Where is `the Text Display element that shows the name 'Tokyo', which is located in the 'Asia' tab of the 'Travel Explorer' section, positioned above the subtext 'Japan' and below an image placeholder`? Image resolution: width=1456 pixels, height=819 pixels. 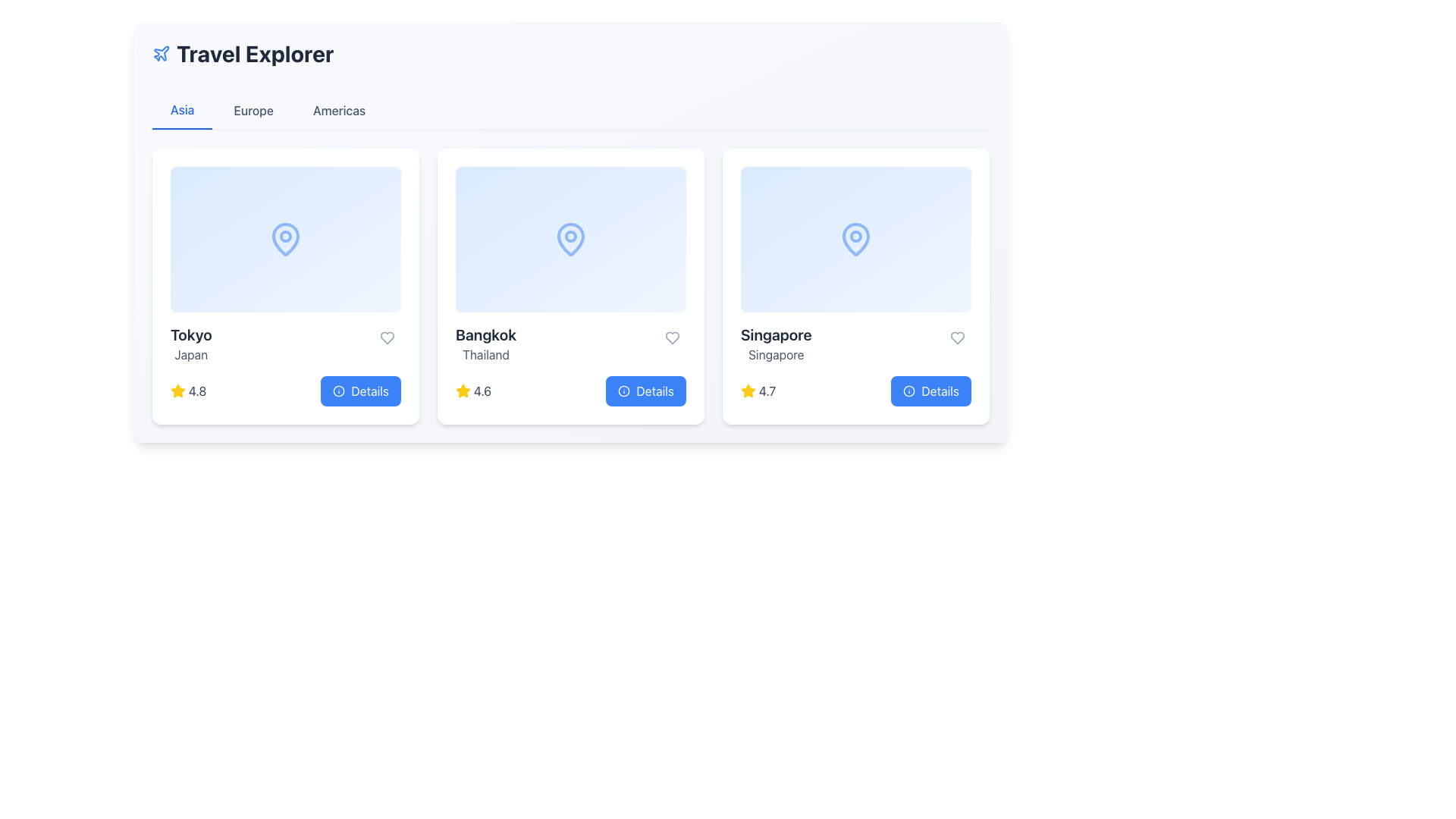 the Text Display element that shows the name 'Tokyo', which is located in the 'Asia' tab of the 'Travel Explorer' section, positioned above the subtext 'Japan' and below an image placeholder is located at coordinates (190, 334).